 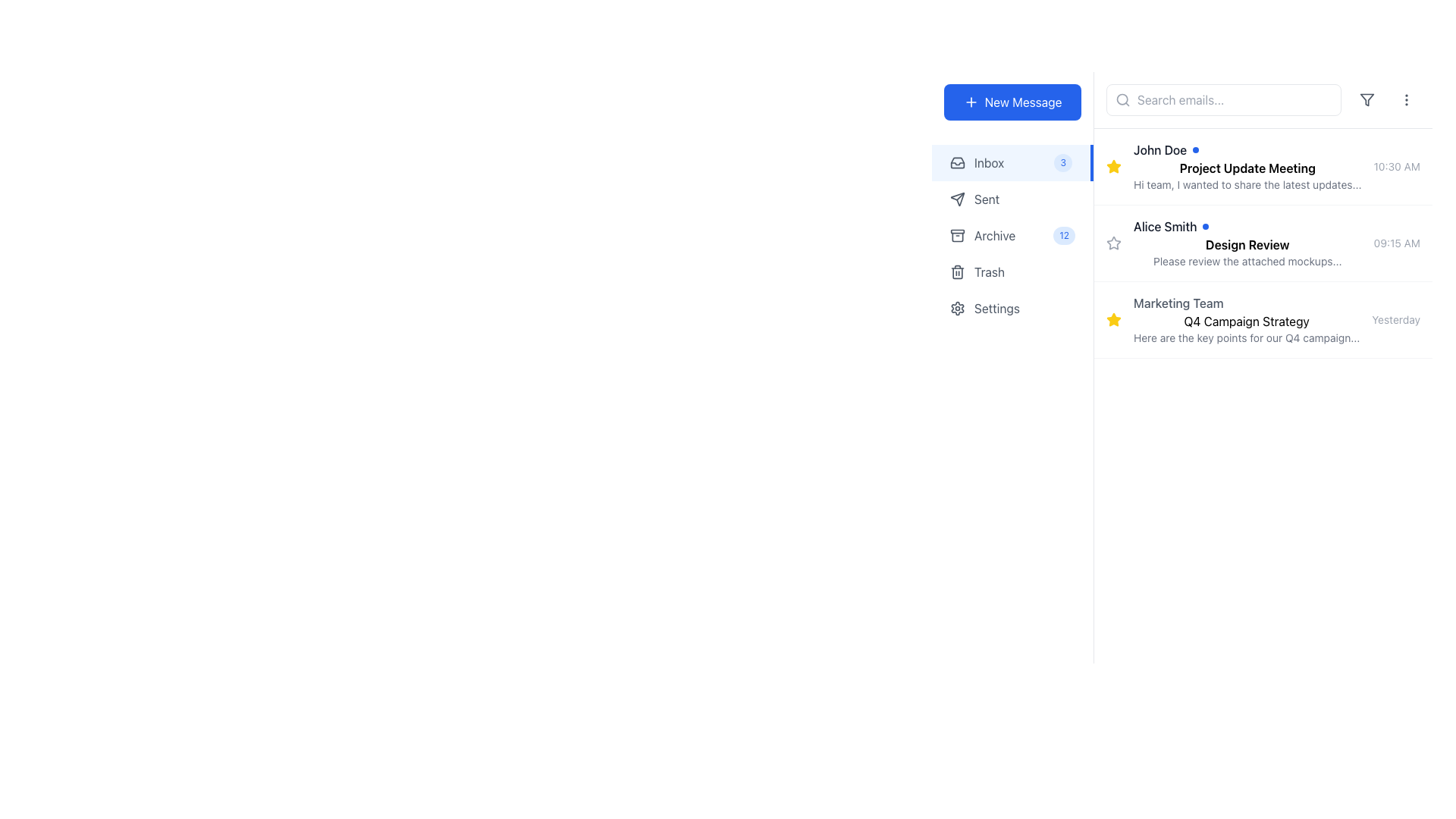 What do you see at coordinates (1159, 149) in the screenshot?
I see `the text label displaying the name 'John Doe' which is part of the first email entry in the list, located between a star icon and a blue dot indicator` at bounding box center [1159, 149].